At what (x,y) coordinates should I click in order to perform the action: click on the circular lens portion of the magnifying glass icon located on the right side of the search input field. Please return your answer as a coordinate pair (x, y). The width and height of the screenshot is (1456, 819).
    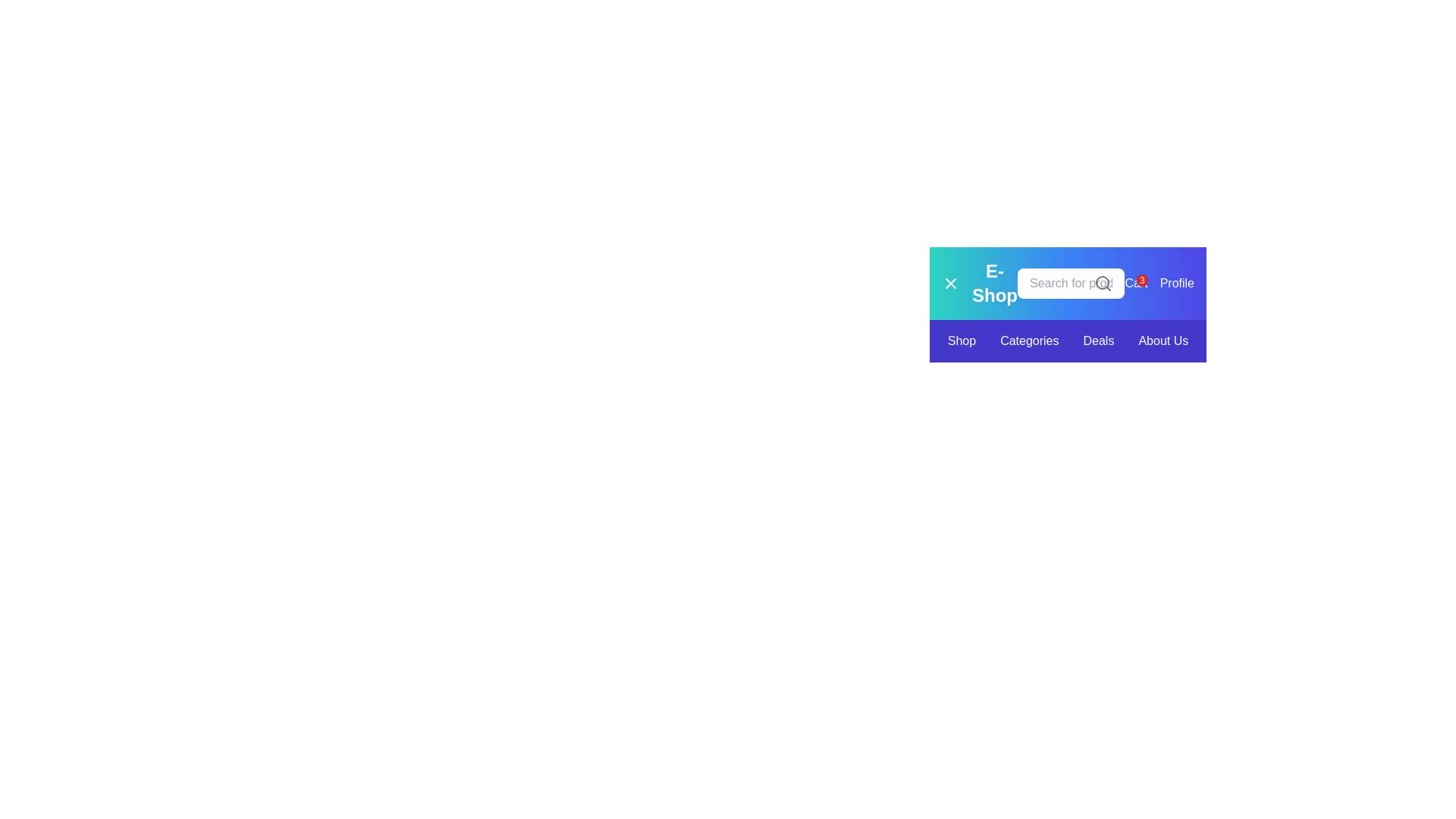
    Looking at the image, I should click on (1103, 283).